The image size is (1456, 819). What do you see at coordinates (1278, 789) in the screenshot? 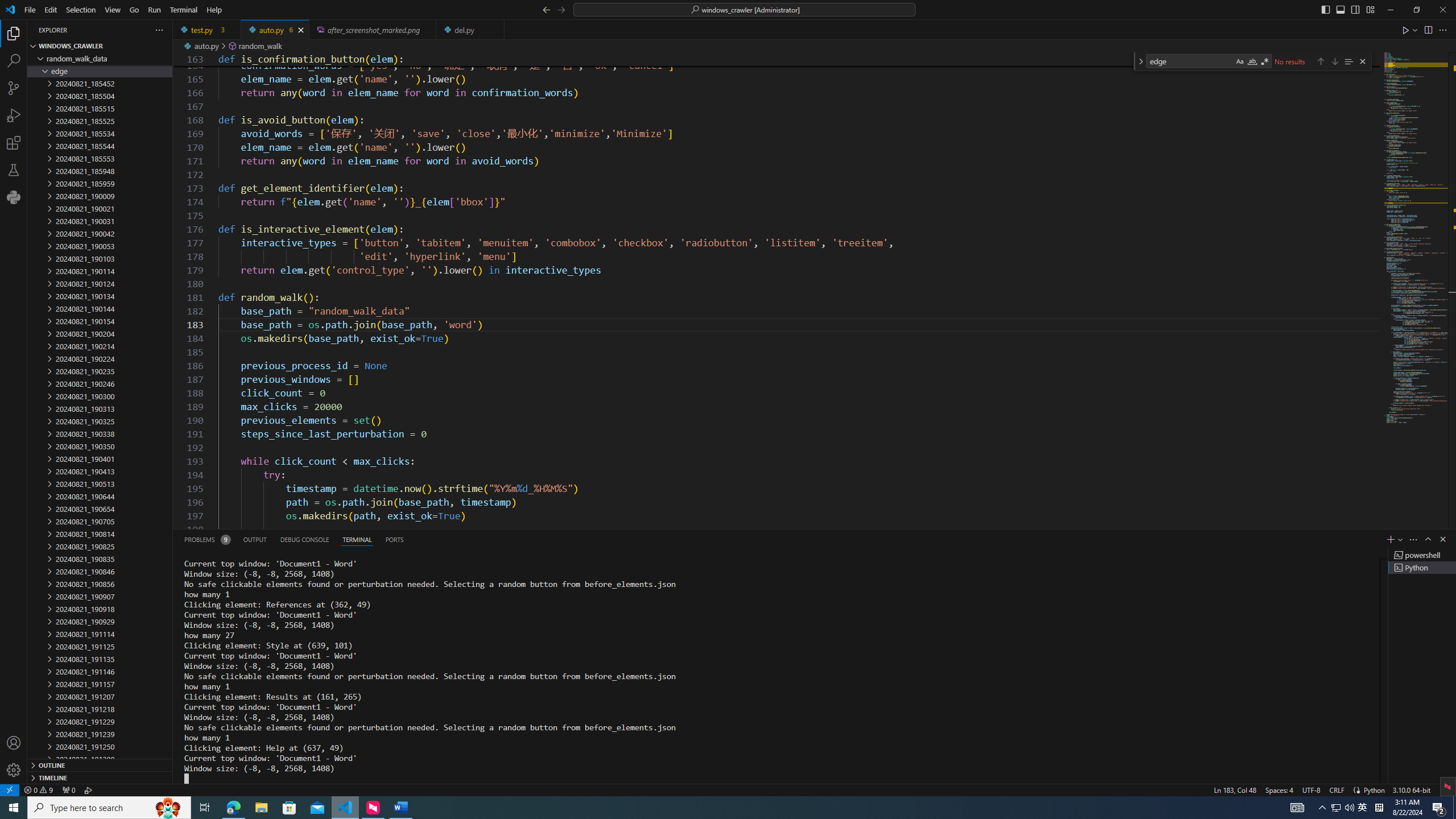
I see `'Spaces: 4'` at bounding box center [1278, 789].